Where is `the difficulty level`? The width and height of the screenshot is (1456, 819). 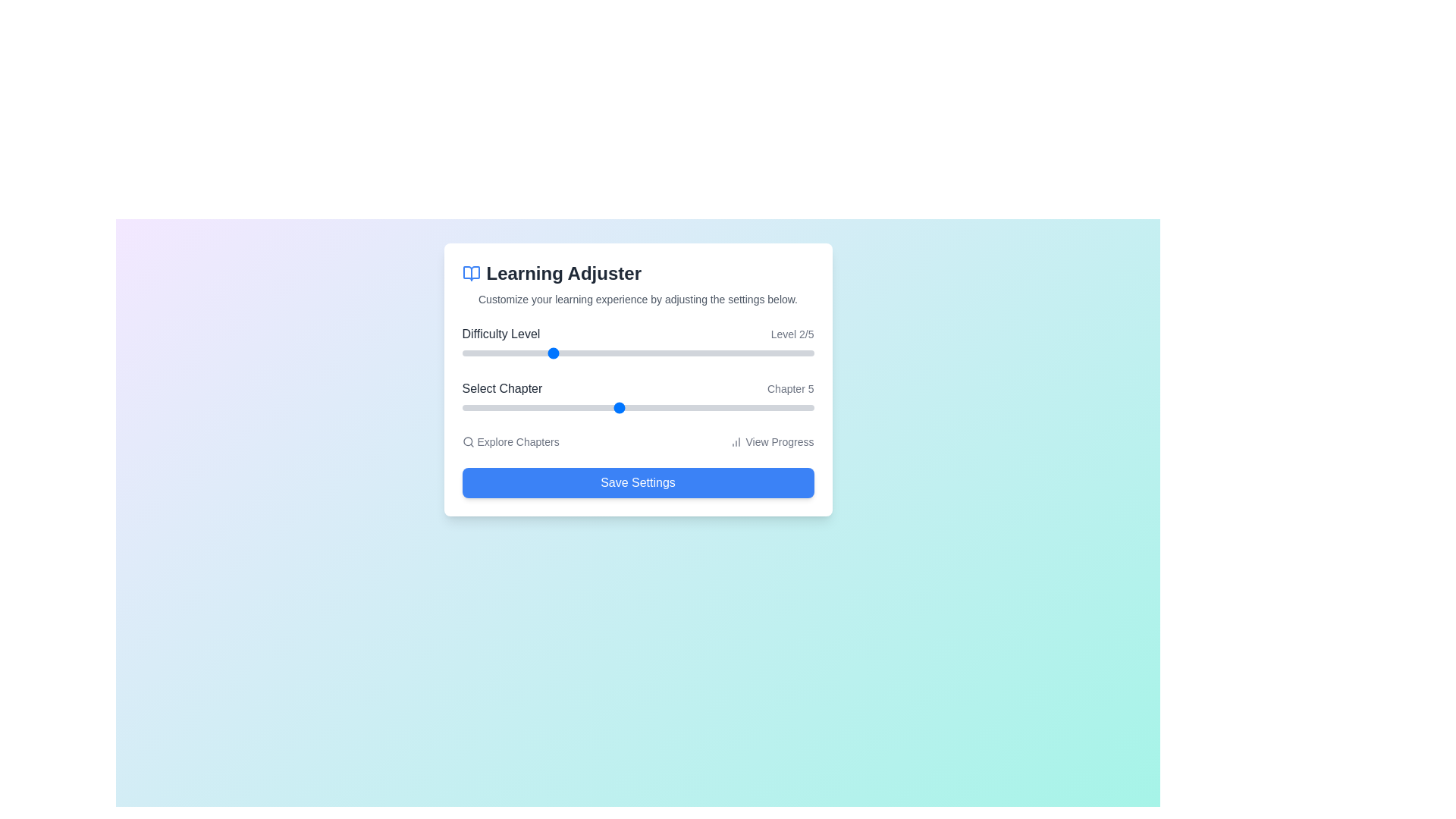 the difficulty level is located at coordinates (461, 353).